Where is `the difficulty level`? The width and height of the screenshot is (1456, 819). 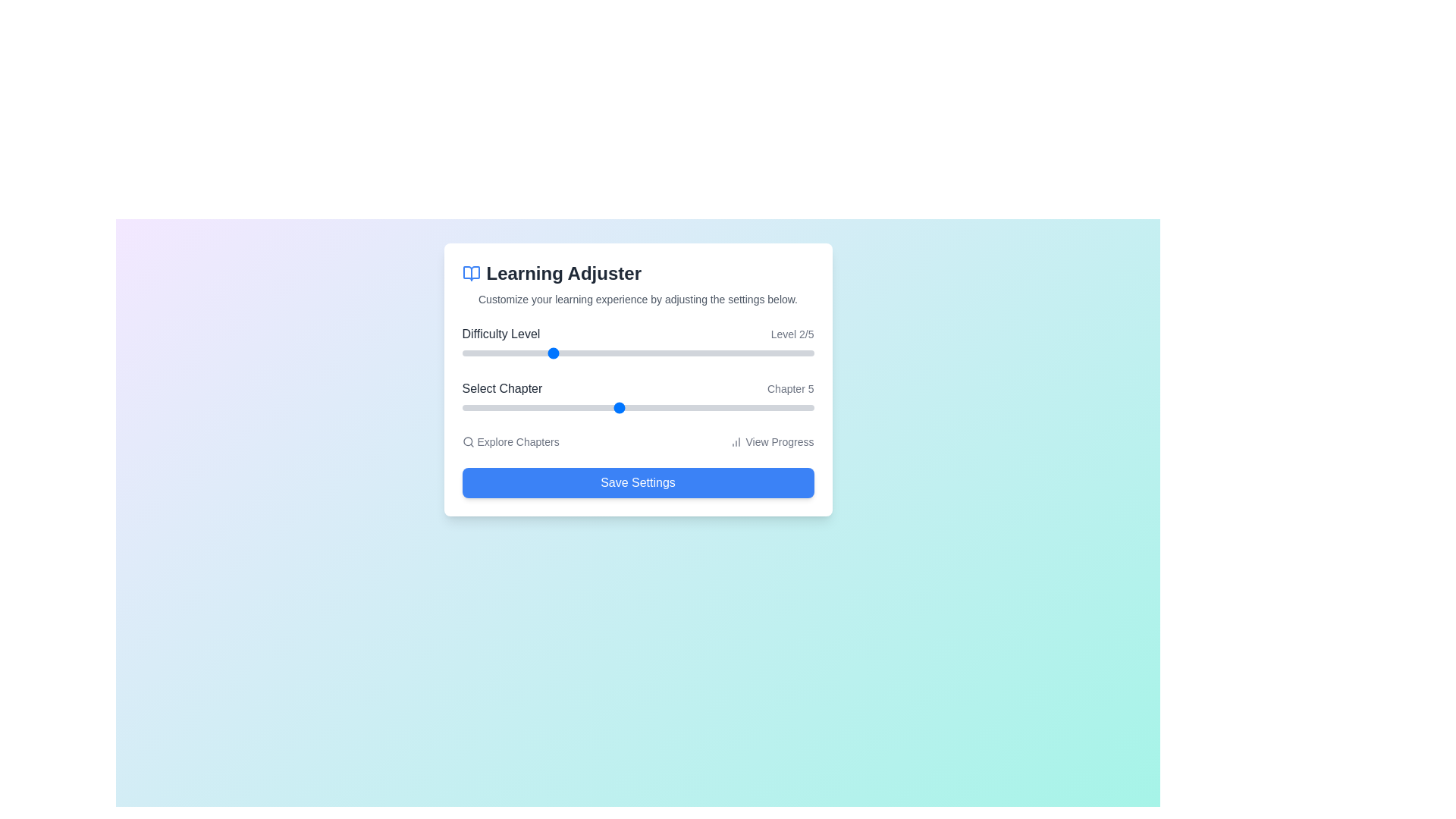 the difficulty level is located at coordinates (461, 353).